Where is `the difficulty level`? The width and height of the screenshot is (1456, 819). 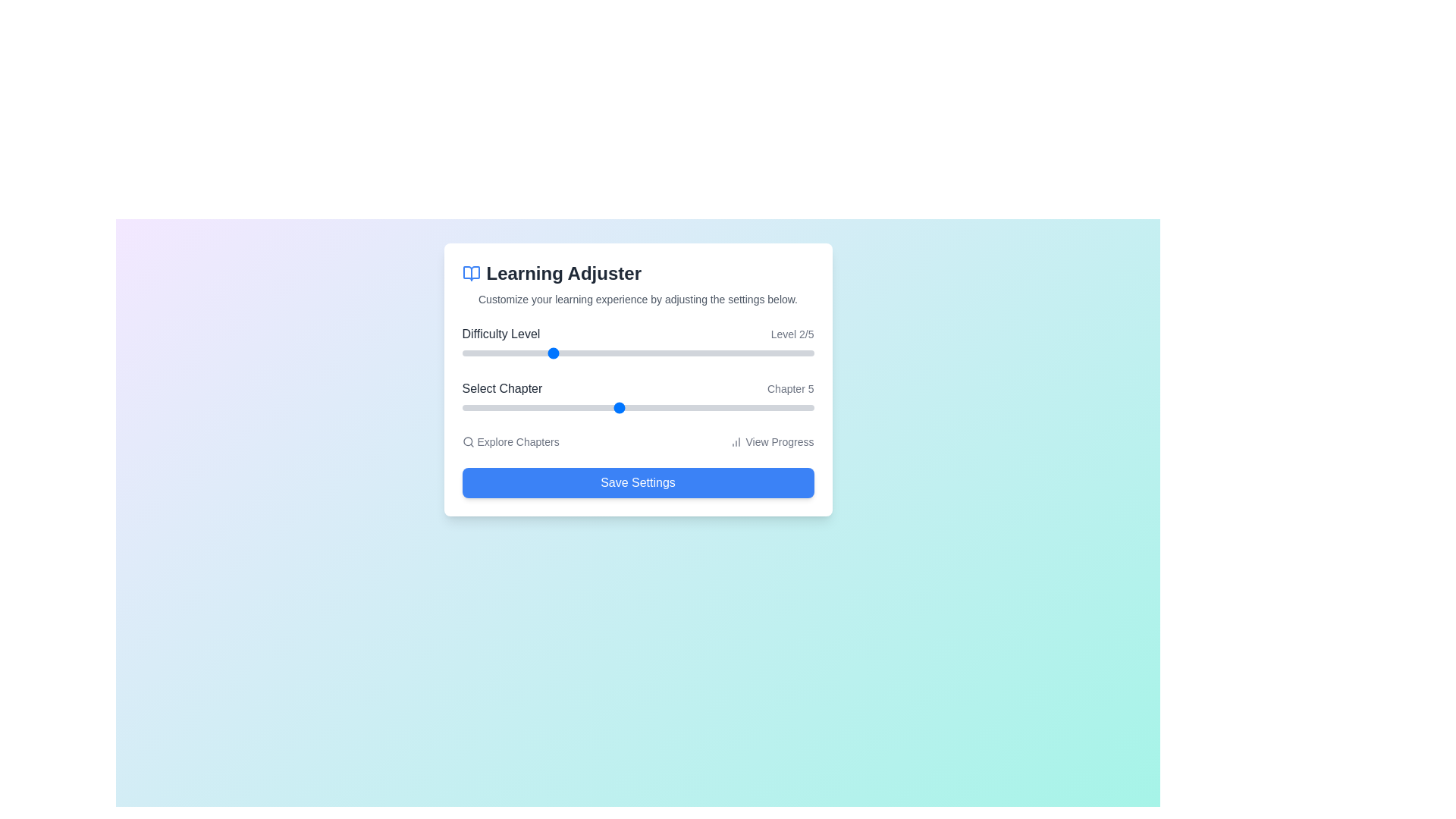 the difficulty level is located at coordinates (461, 353).